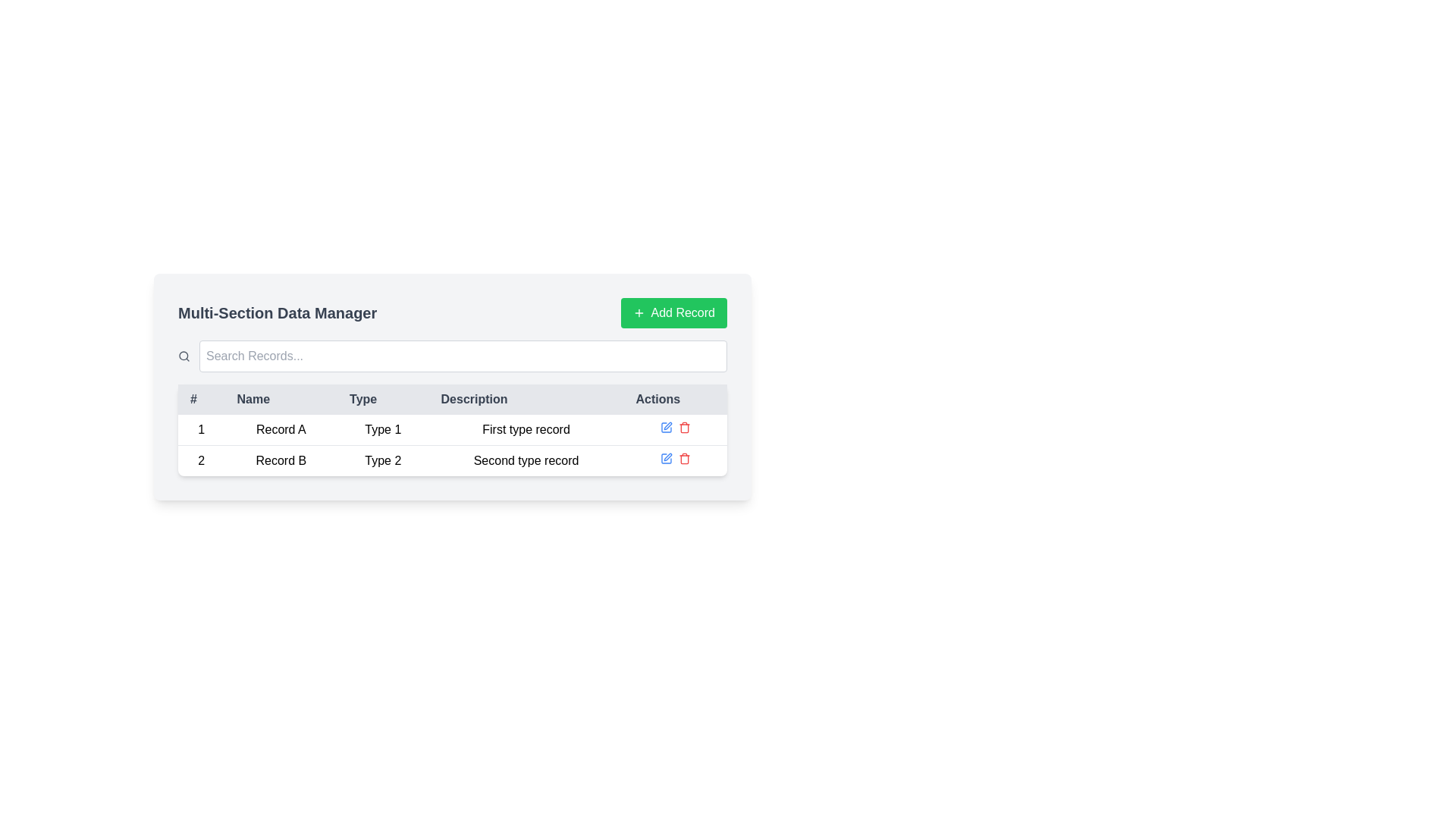 This screenshot has width=1456, height=819. Describe the element at coordinates (526, 460) in the screenshot. I see `the text label displaying 'Second type record' in black font within the data table, located in the second row under the 'Description' column` at that location.